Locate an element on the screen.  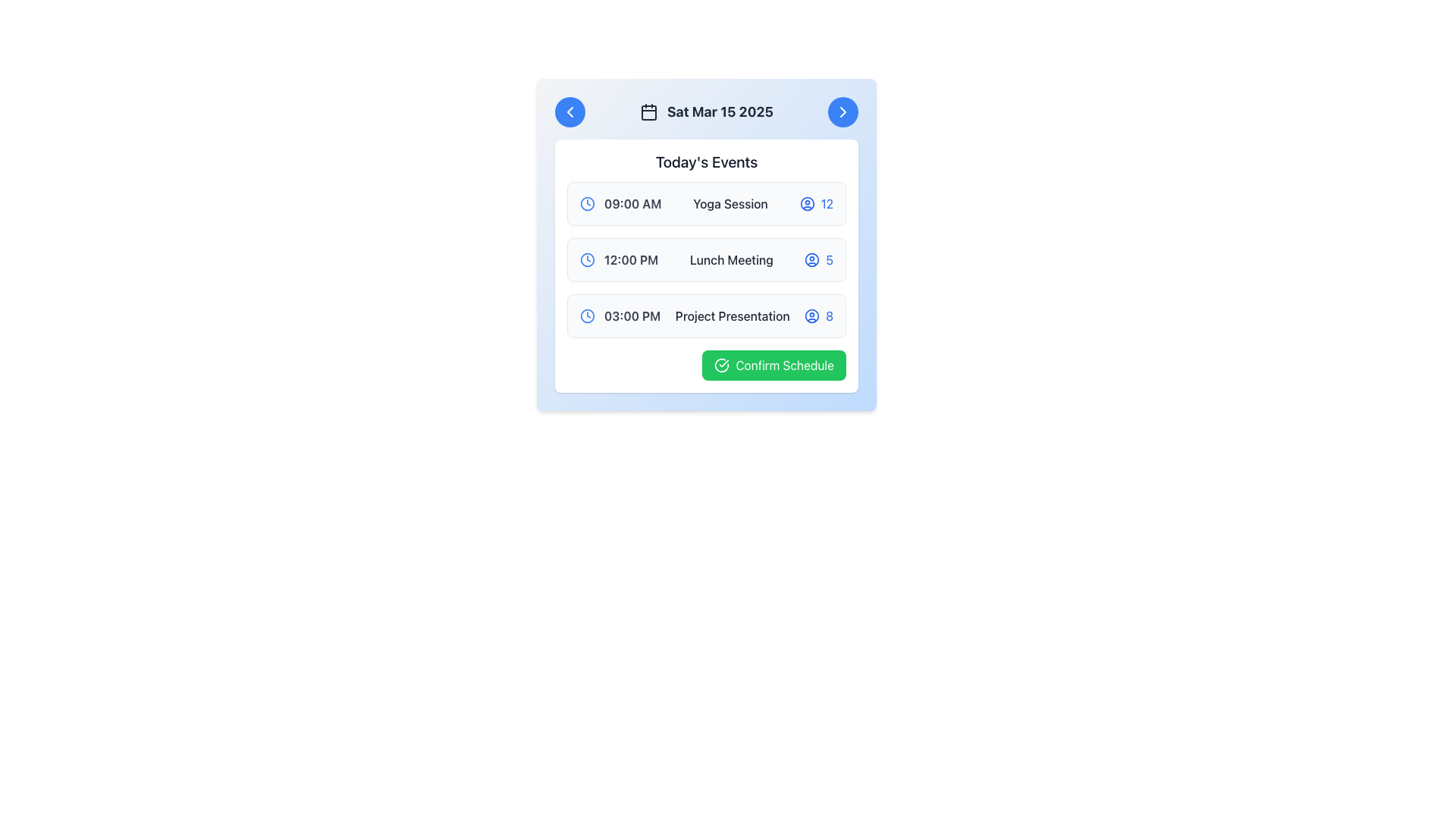
the blue circular button with a white left-pointing chevron icon is located at coordinates (570, 111).